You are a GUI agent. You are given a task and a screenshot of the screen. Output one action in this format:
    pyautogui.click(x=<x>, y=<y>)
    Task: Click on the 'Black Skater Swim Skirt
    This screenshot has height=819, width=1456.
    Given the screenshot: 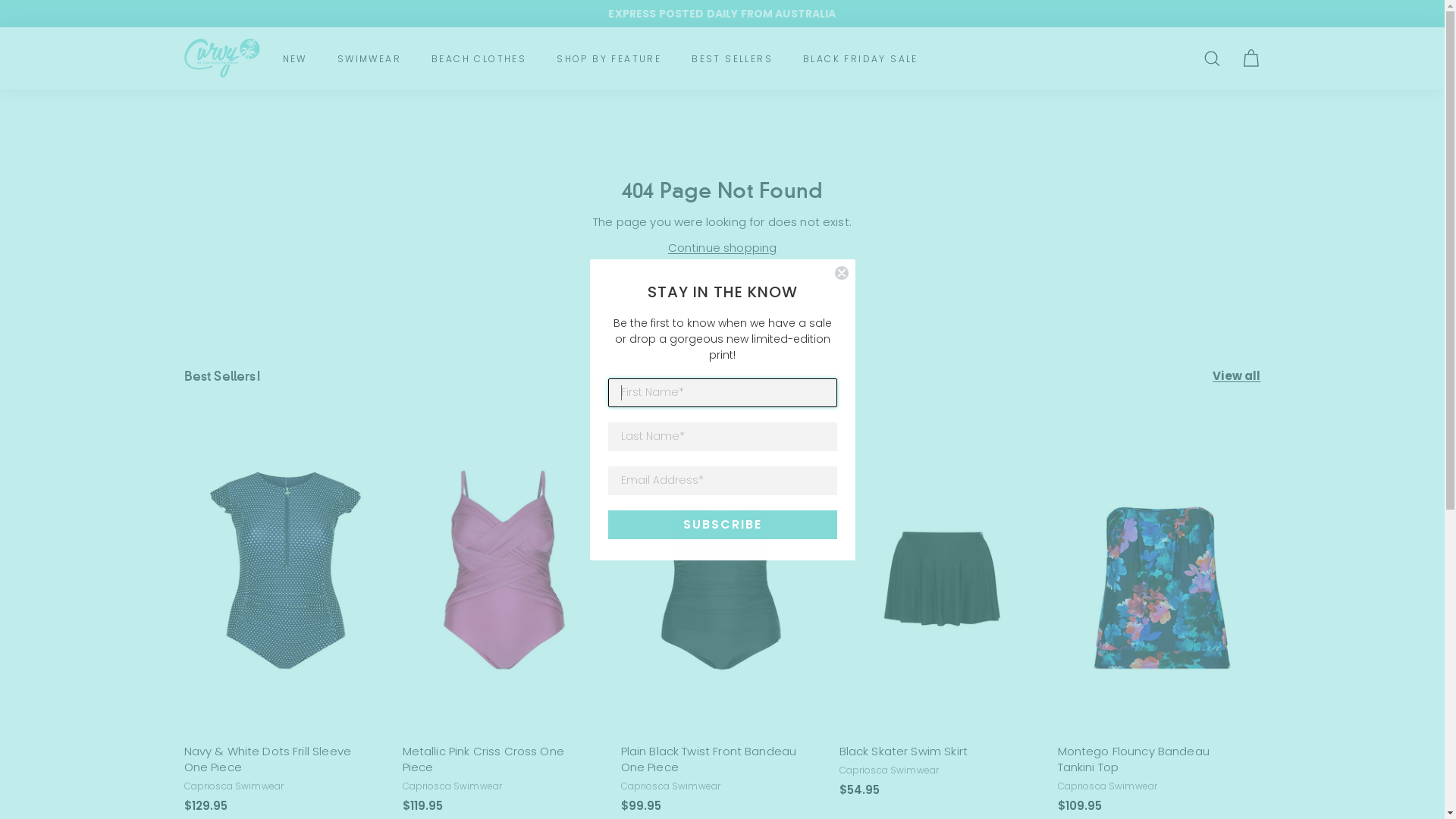 What is the action you would take?
    pyautogui.click(x=939, y=619)
    